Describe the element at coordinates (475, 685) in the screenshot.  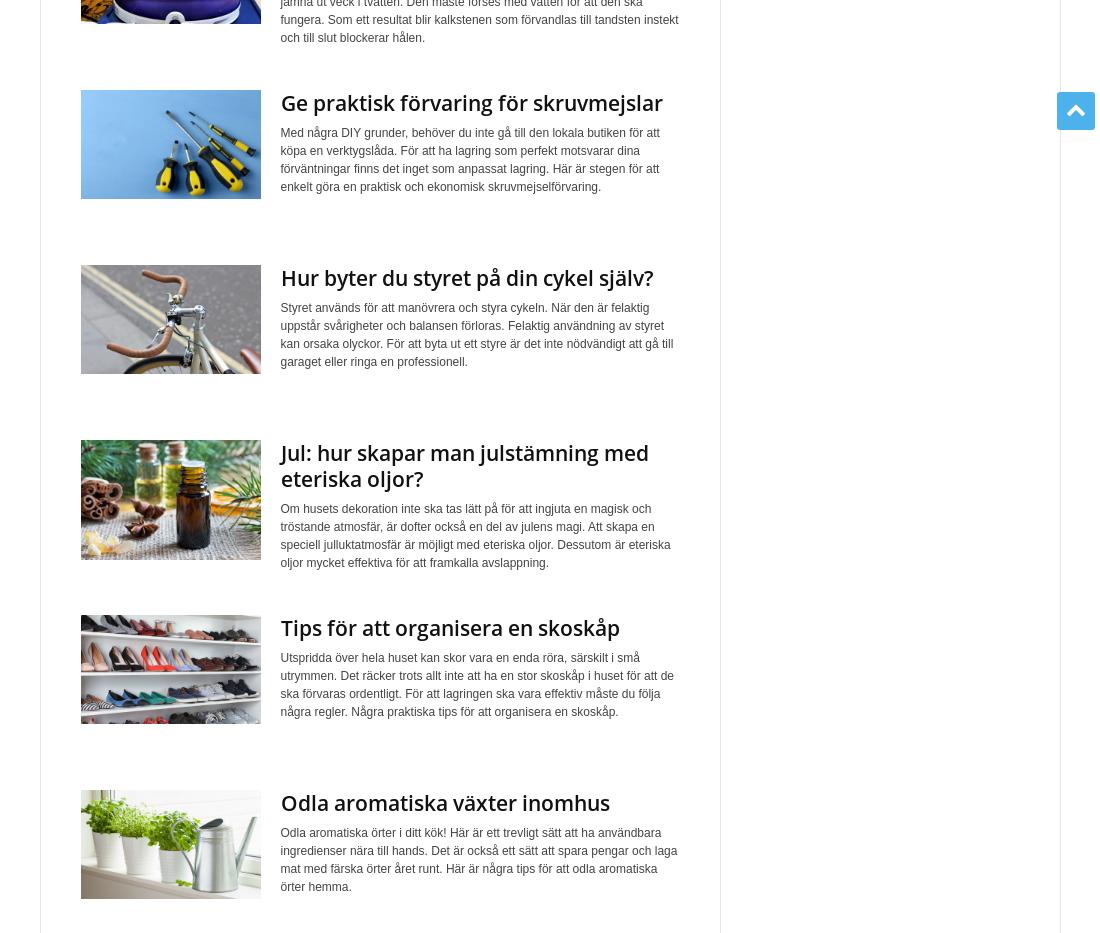
I see `'Utspridda över hela huset kan skor vara en enda röra, särskilt i små utrymmen. Det räcker trots allt inte att ha en stor skoskåp i huset för att de ska förvaras ordentligt. För att lagringen ska vara effektiv måste du följa några regler. Några praktiska tips för att organisera en skoskåp.'` at that location.